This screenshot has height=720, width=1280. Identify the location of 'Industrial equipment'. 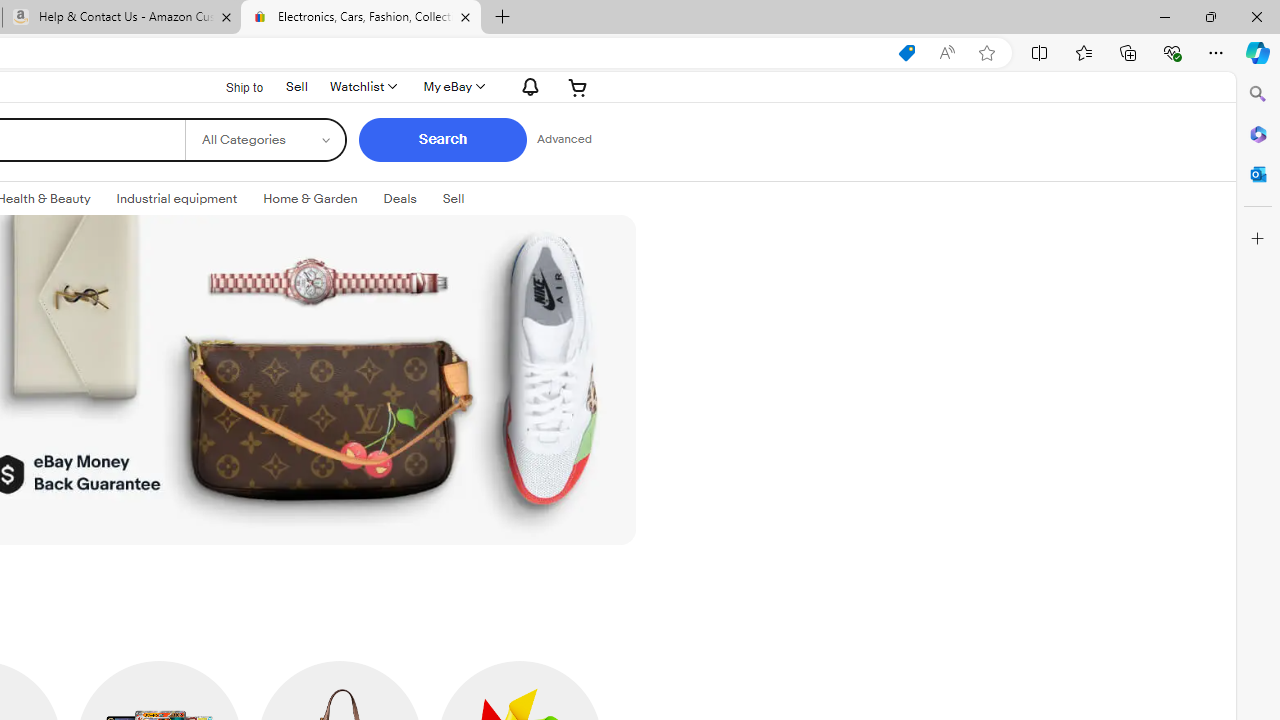
(177, 199).